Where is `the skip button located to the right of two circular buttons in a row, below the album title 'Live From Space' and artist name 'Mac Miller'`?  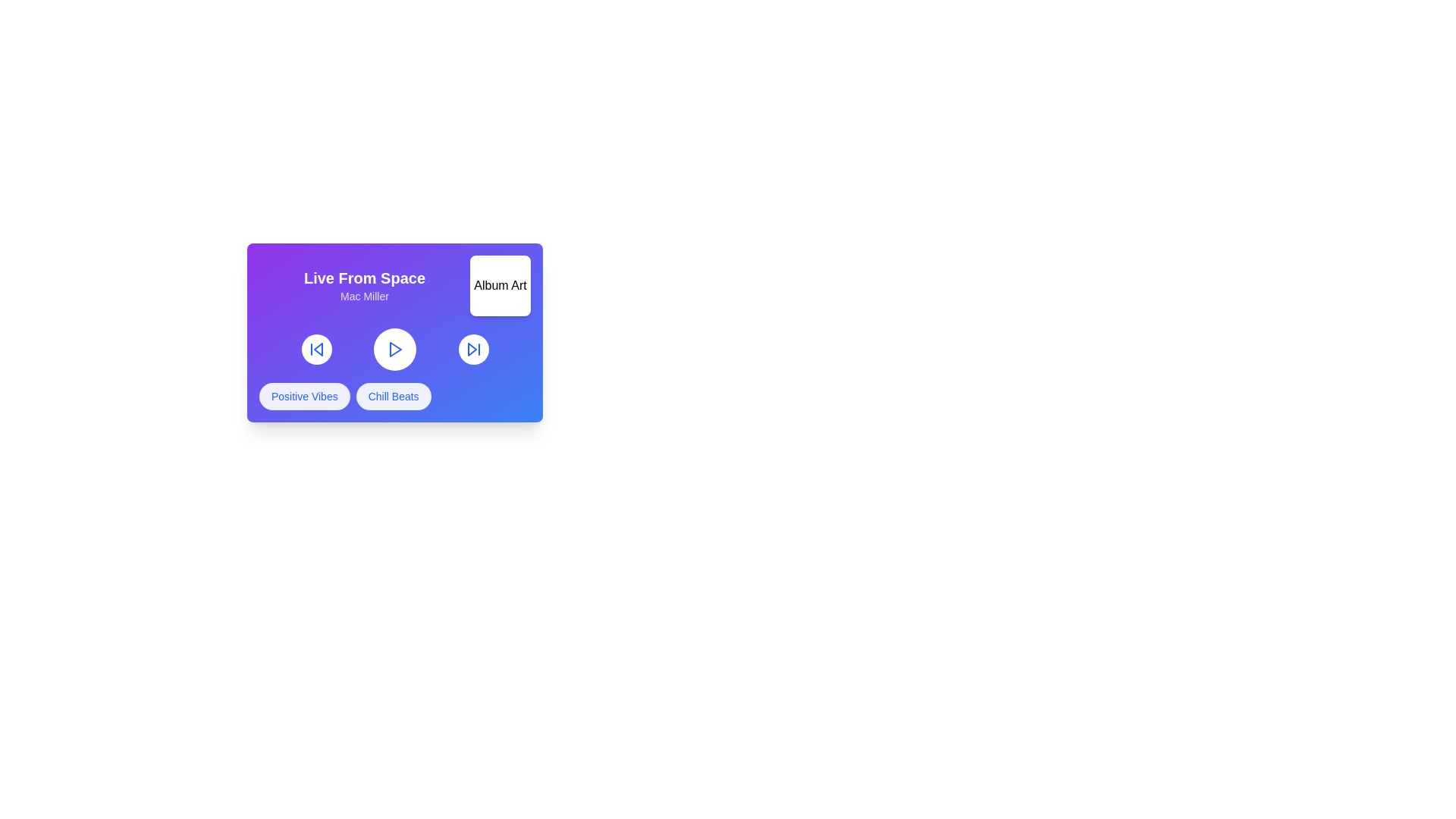
the skip button located to the right of two circular buttons in a row, below the album title 'Live From Space' and artist name 'Mac Miller' is located at coordinates (472, 350).